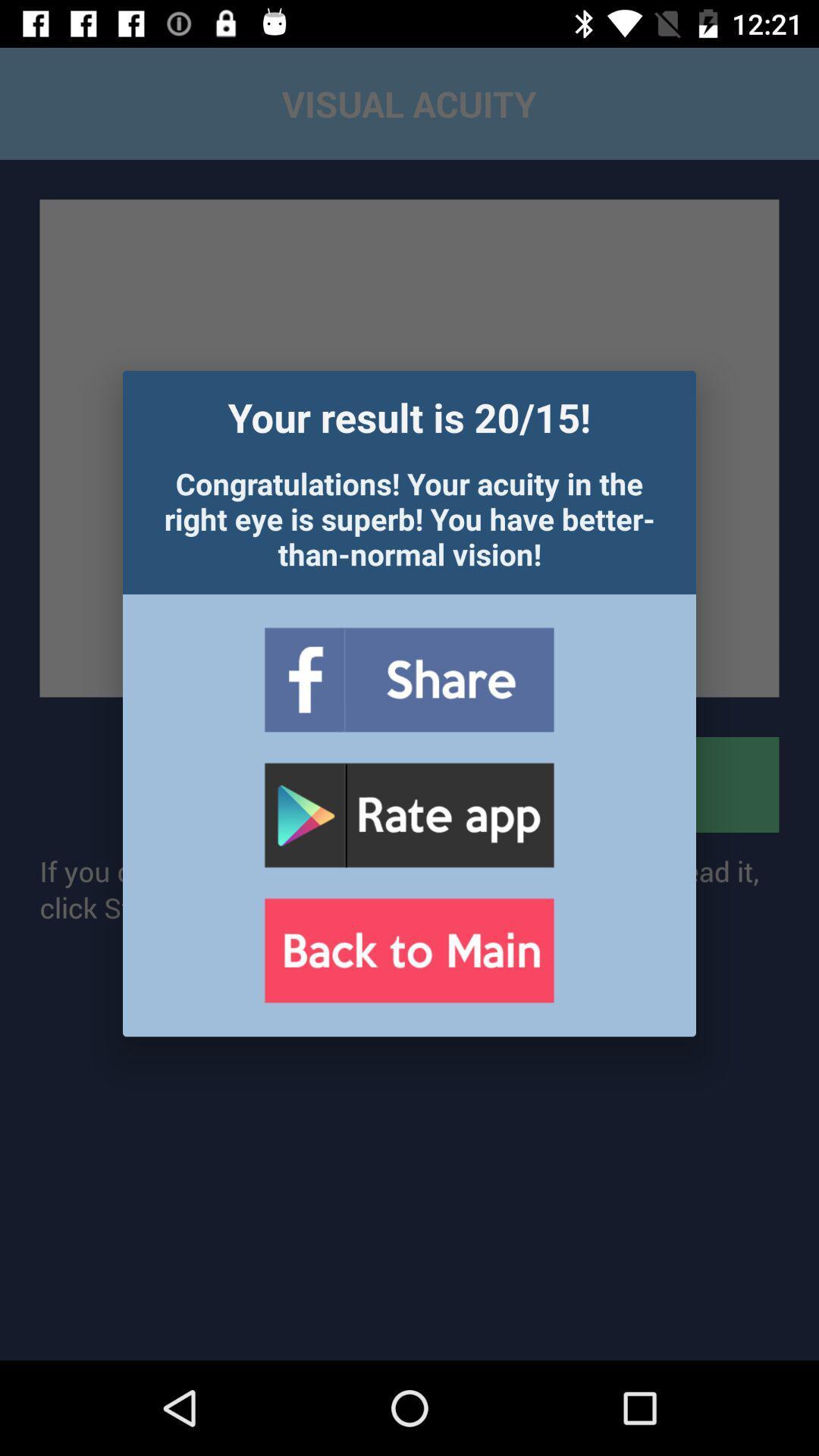 Image resolution: width=819 pixels, height=1456 pixels. What do you see at coordinates (408, 679) in the screenshot?
I see `share to facebook` at bounding box center [408, 679].